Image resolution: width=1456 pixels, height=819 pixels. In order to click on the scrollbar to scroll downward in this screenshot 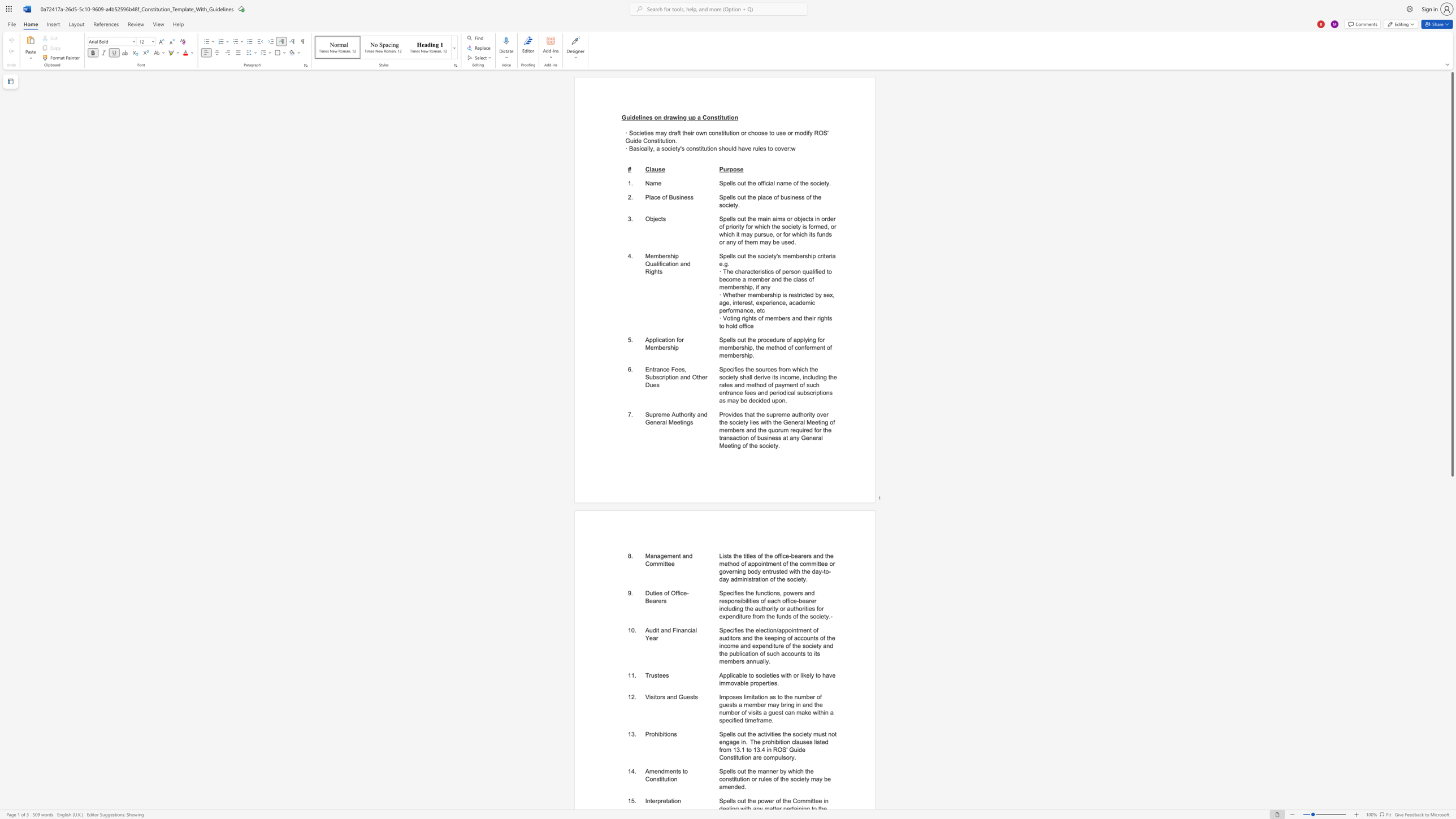, I will do `click(1451, 655)`.